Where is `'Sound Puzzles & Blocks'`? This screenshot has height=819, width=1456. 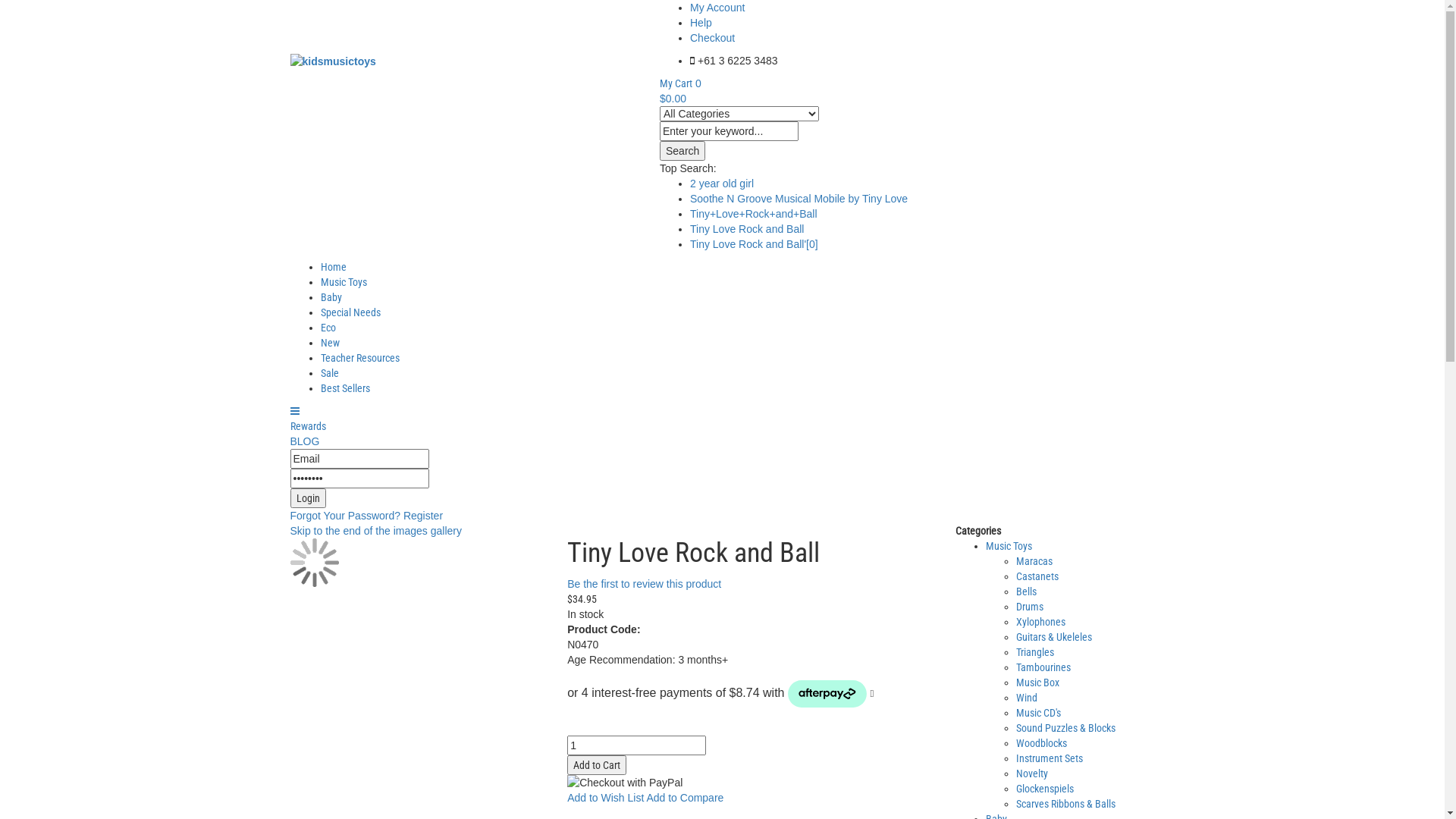
'Sound Puzzles & Blocks' is located at coordinates (1065, 727).